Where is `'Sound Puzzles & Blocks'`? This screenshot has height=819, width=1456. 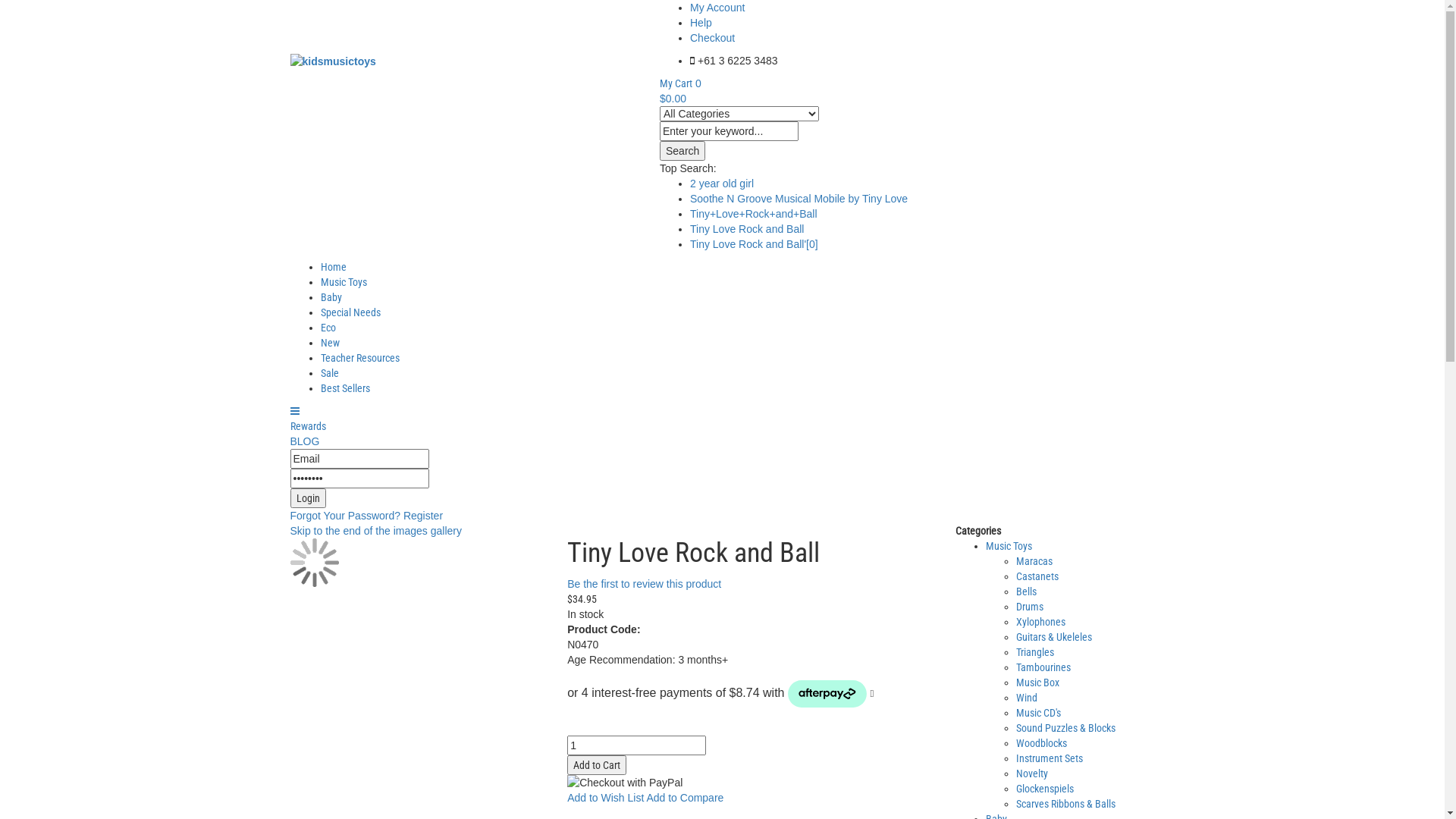
'Sound Puzzles & Blocks' is located at coordinates (1065, 727).